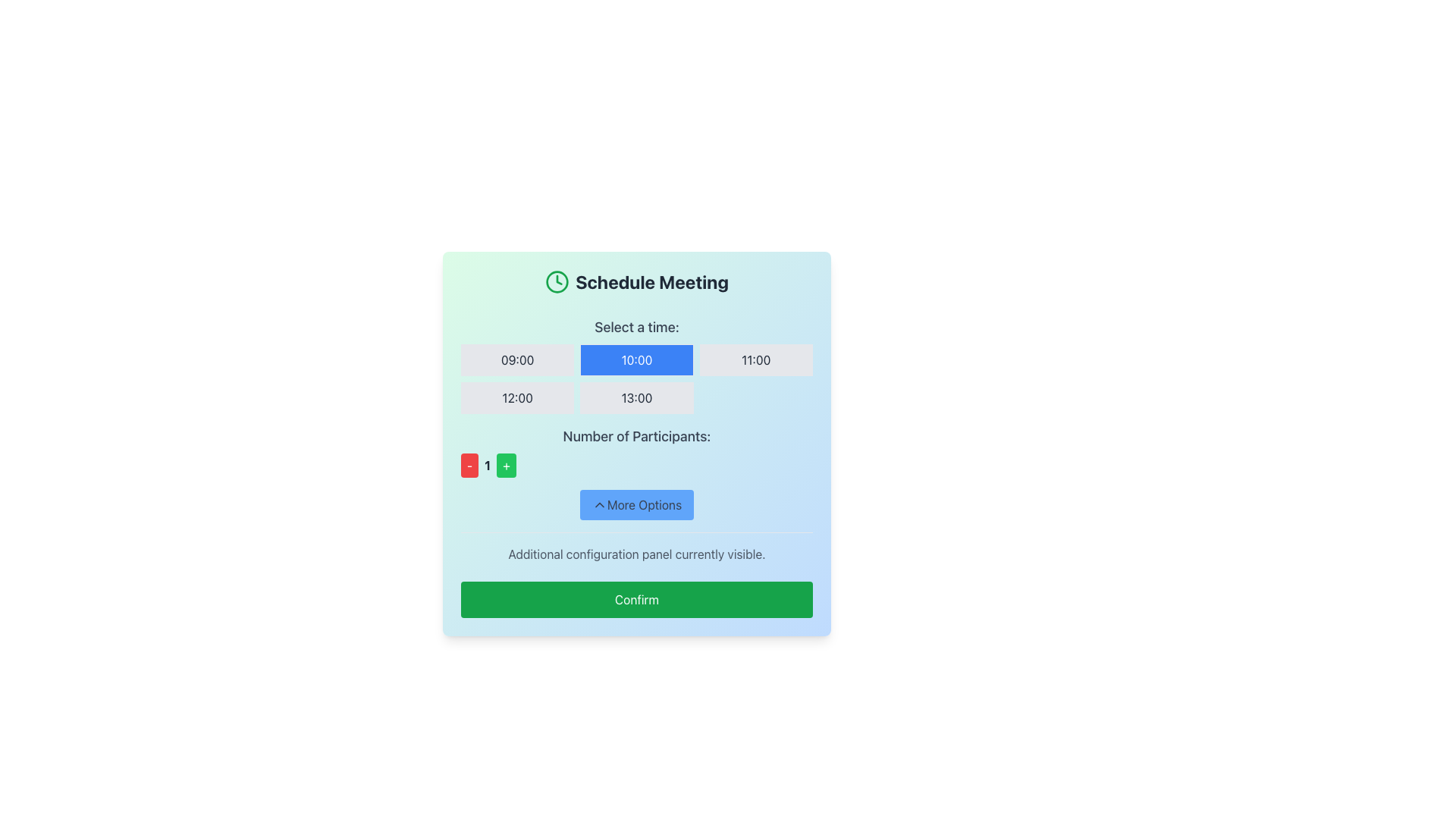 This screenshot has height=819, width=1456. Describe the element at coordinates (756, 359) in the screenshot. I see `the interactive button for selecting the time '11:00'` at that location.